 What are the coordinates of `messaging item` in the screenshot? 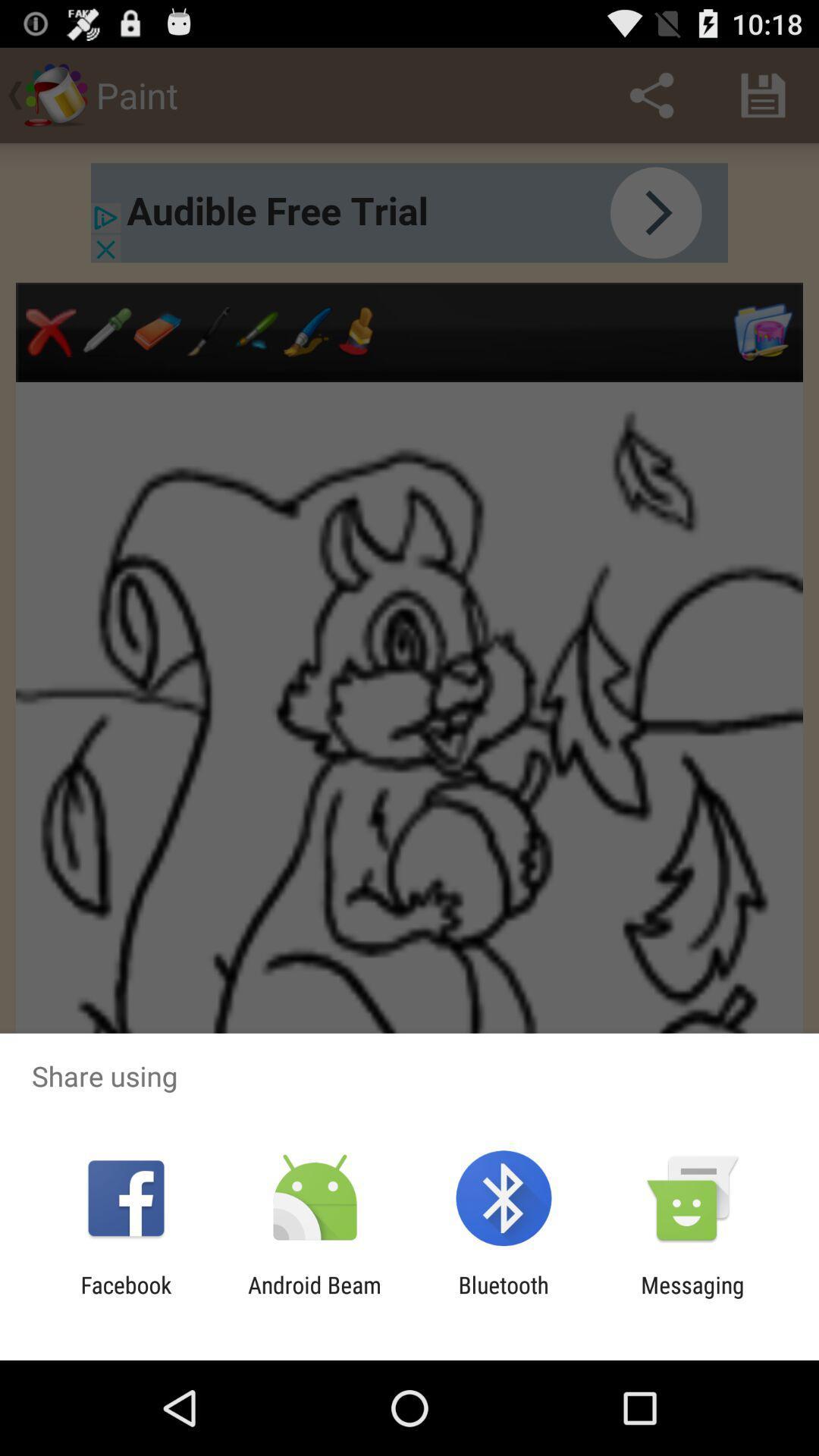 It's located at (692, 1298).